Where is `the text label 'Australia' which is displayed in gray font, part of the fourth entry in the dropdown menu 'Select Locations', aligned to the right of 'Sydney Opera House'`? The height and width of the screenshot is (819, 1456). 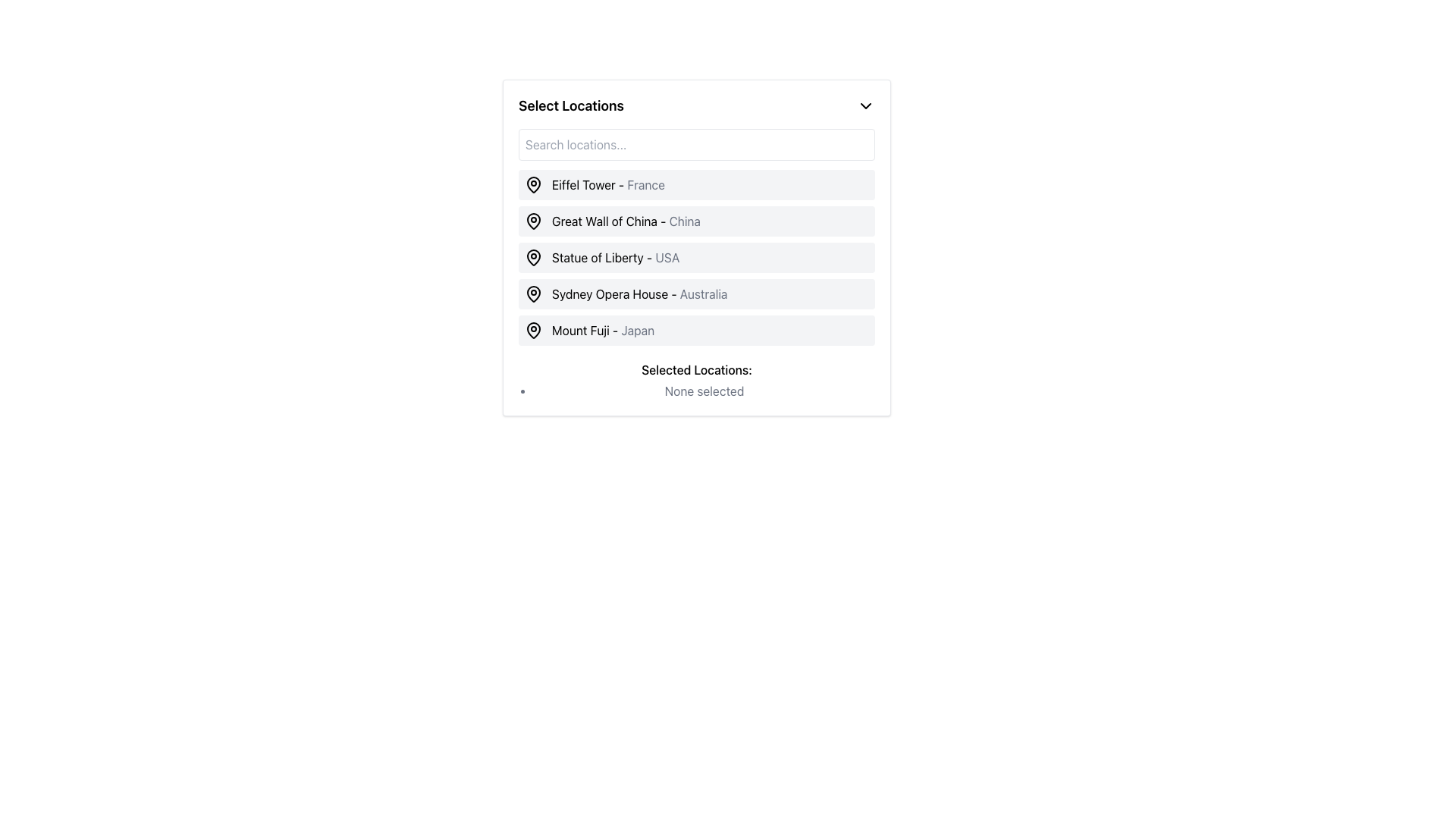 the text label 'Australia' which is displayed in gray font, part of the fourth entry in the dropdown menu 'Select Locations', aligned to the right of 'Sydney Opera House' is located at coordinates (703, 294).